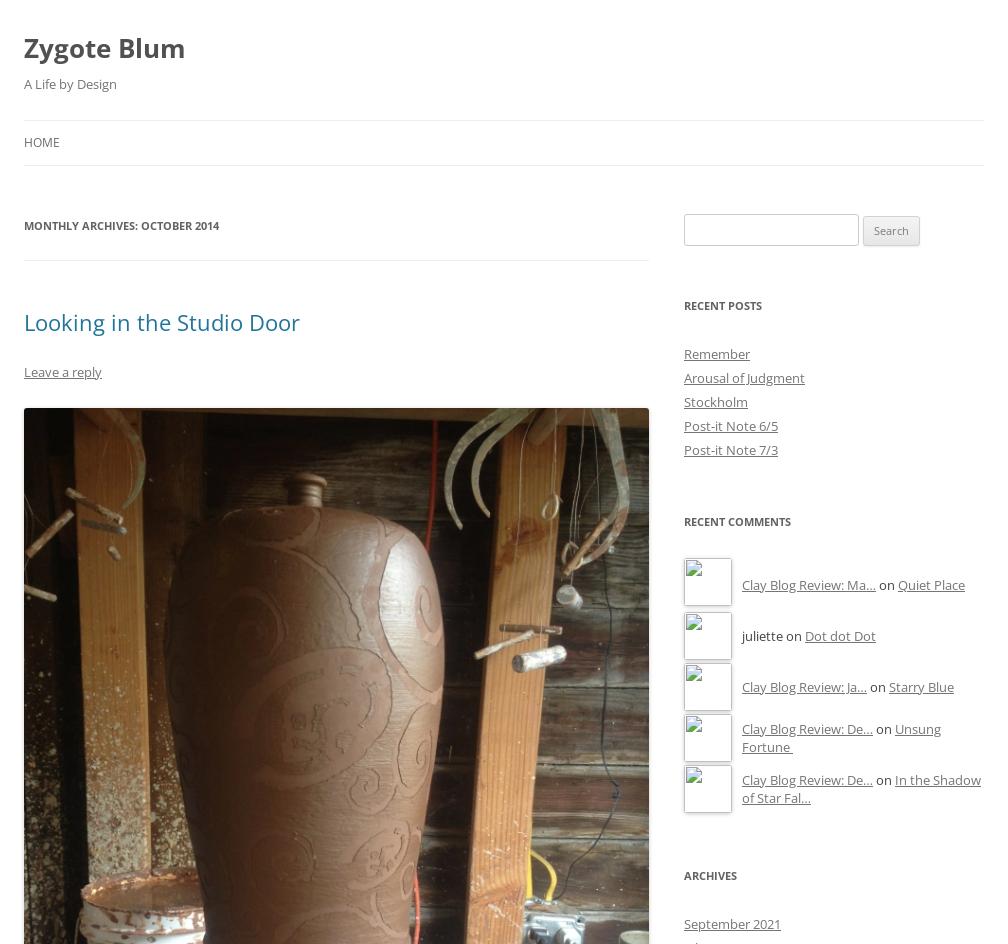  What do you see at coordinates (684, 354) in the screenshot?
I see `'Remember'` at bounding box center [684, 354].